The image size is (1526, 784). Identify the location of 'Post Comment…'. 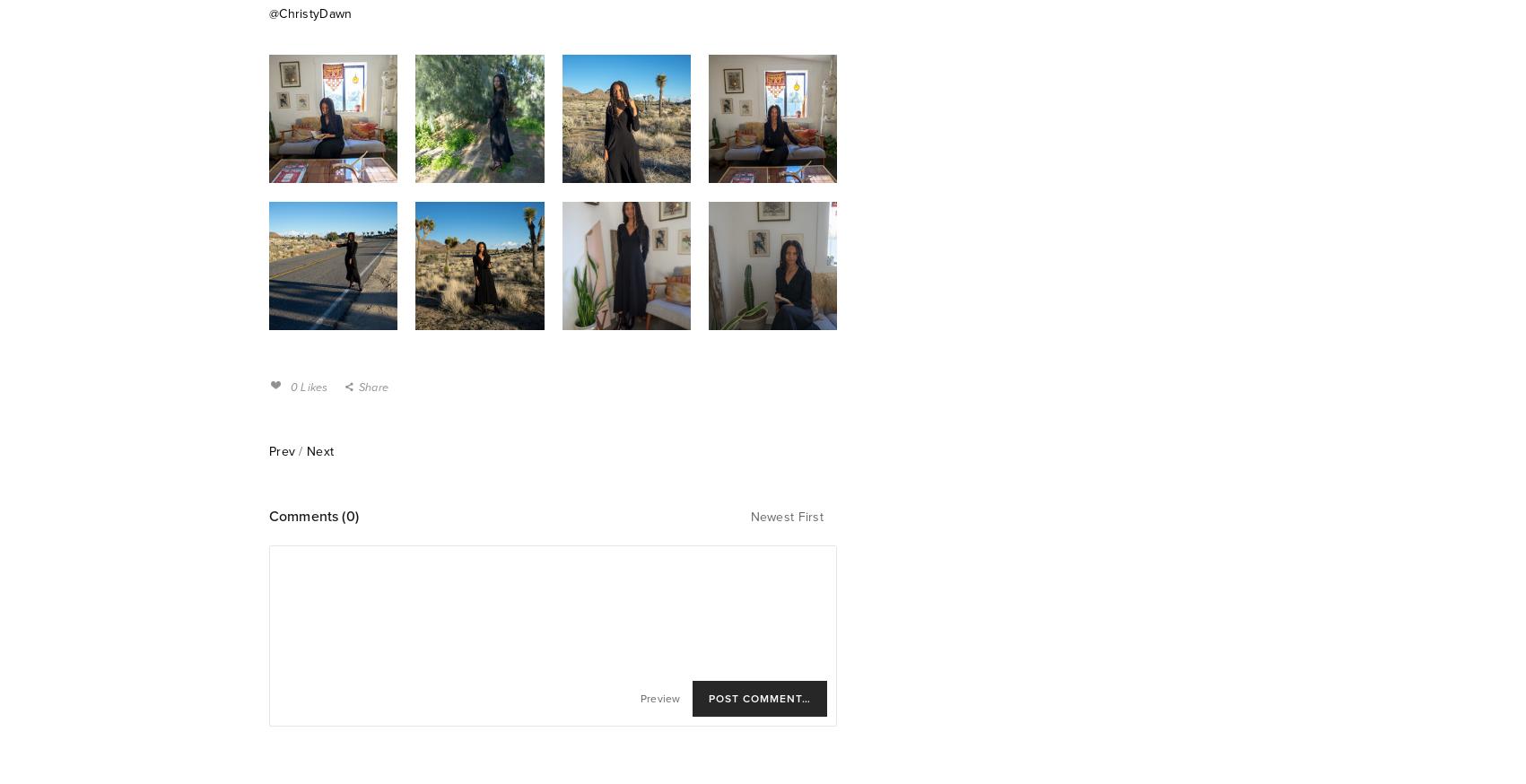
(759, 697).